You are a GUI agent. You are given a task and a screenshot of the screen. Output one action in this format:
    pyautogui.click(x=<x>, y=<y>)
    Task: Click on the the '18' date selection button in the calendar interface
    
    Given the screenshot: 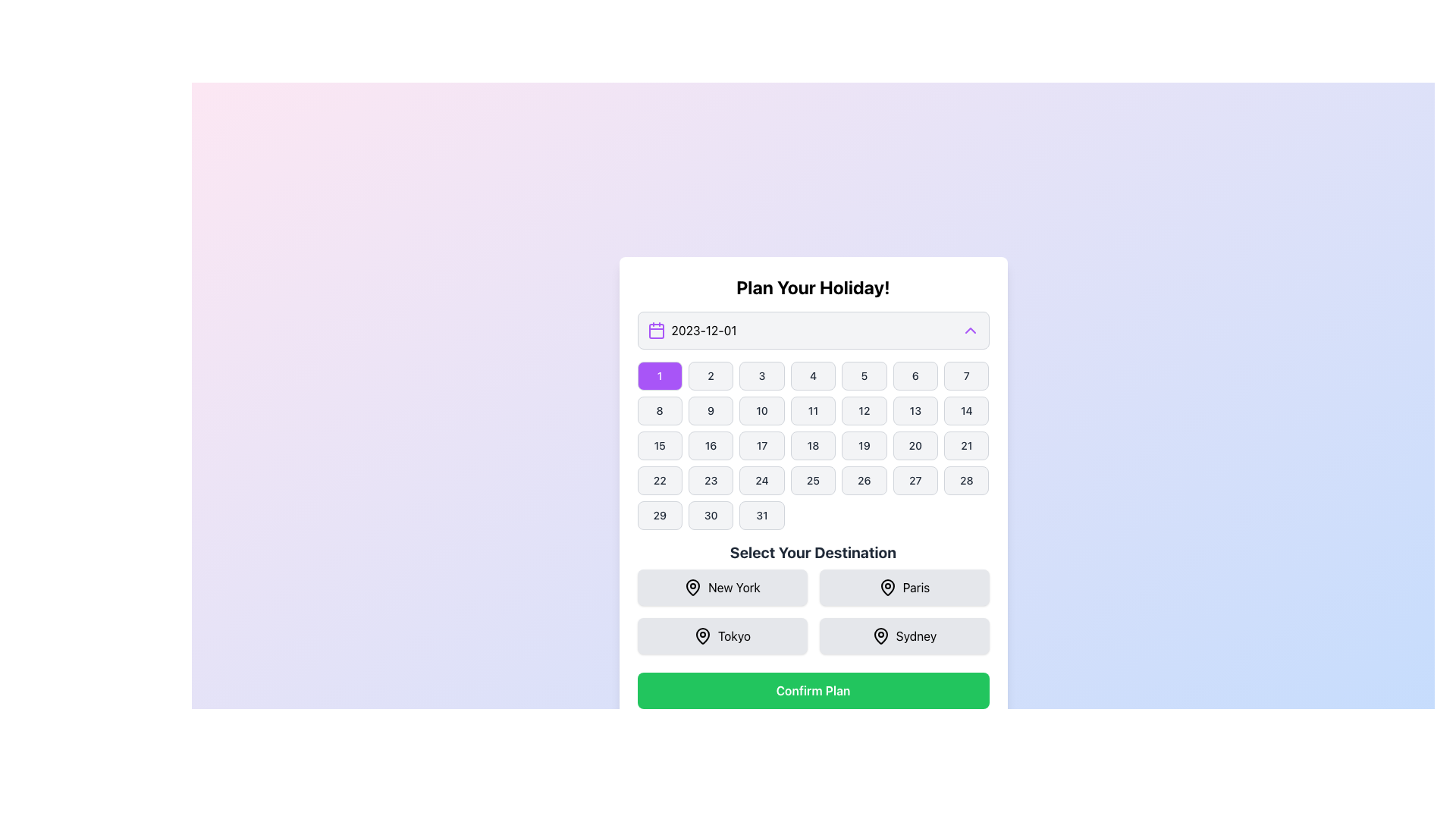 What is the action you would take?
    pyautogui.click(x=812, y=444)
    